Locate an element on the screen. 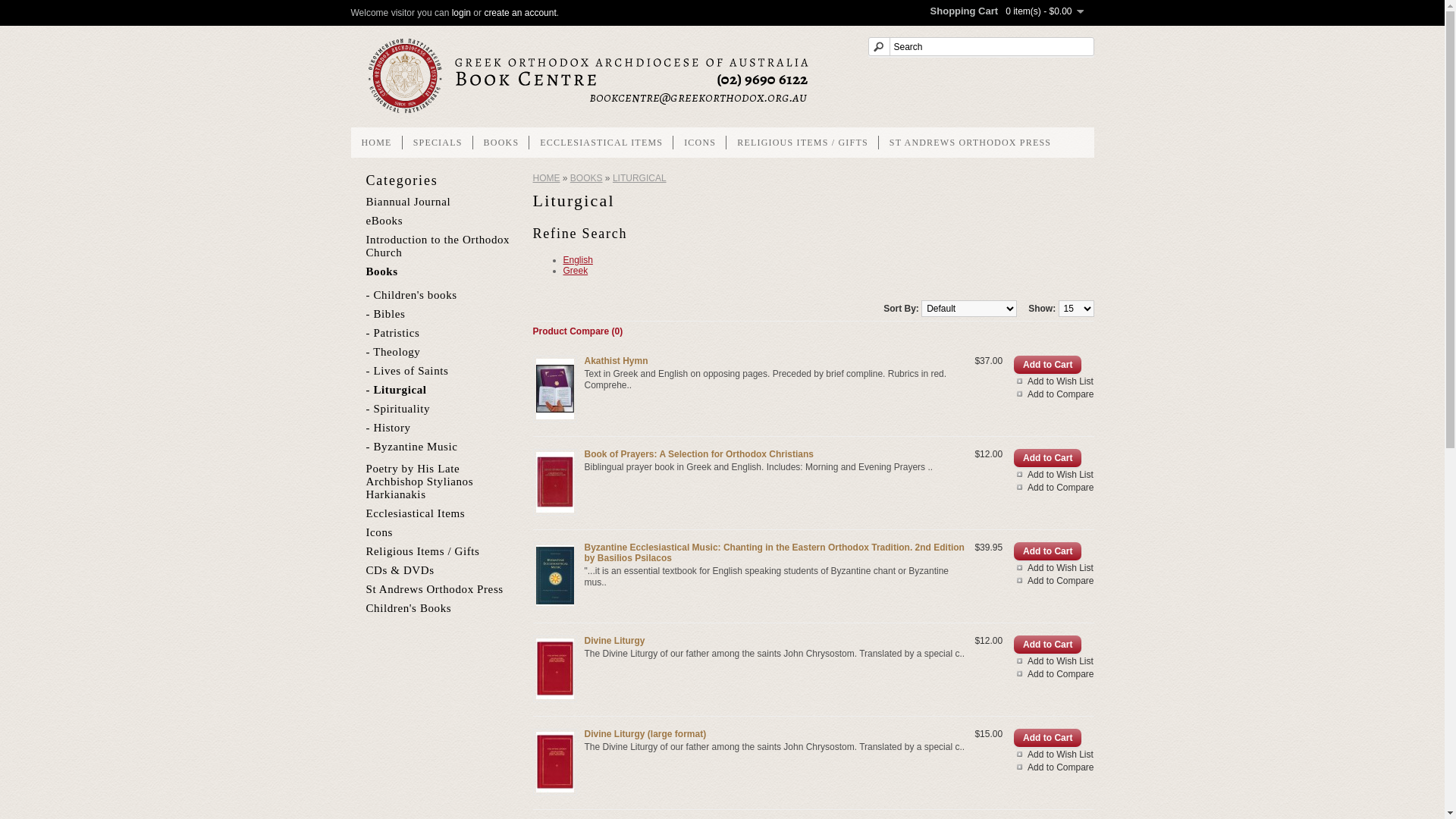 This screenshot has width=1456, height=819. 'Search' is located at coordinates (980, 45).